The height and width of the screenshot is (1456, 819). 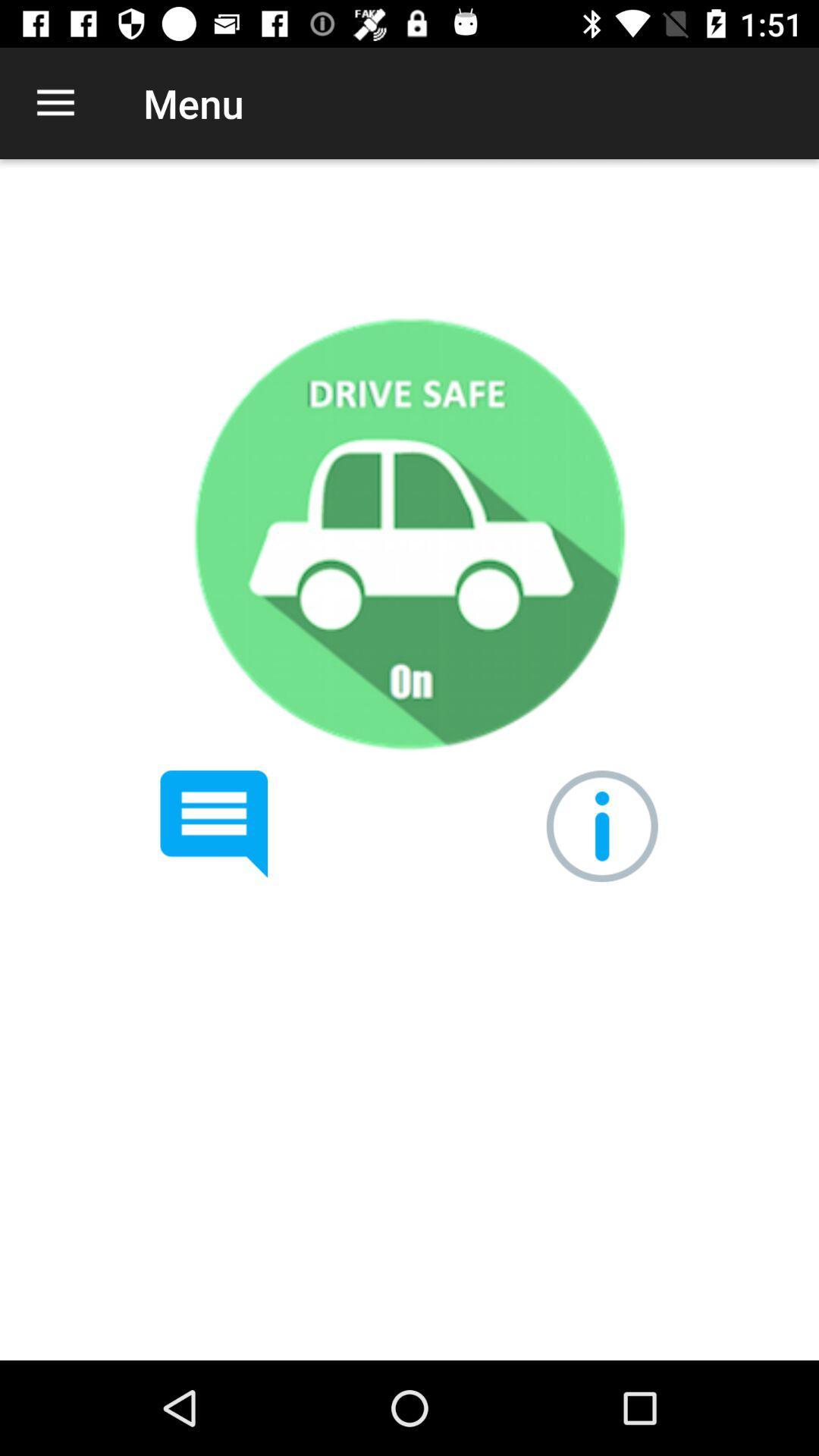 I want to click on drive safe mode on, so click(x=408, y=533).